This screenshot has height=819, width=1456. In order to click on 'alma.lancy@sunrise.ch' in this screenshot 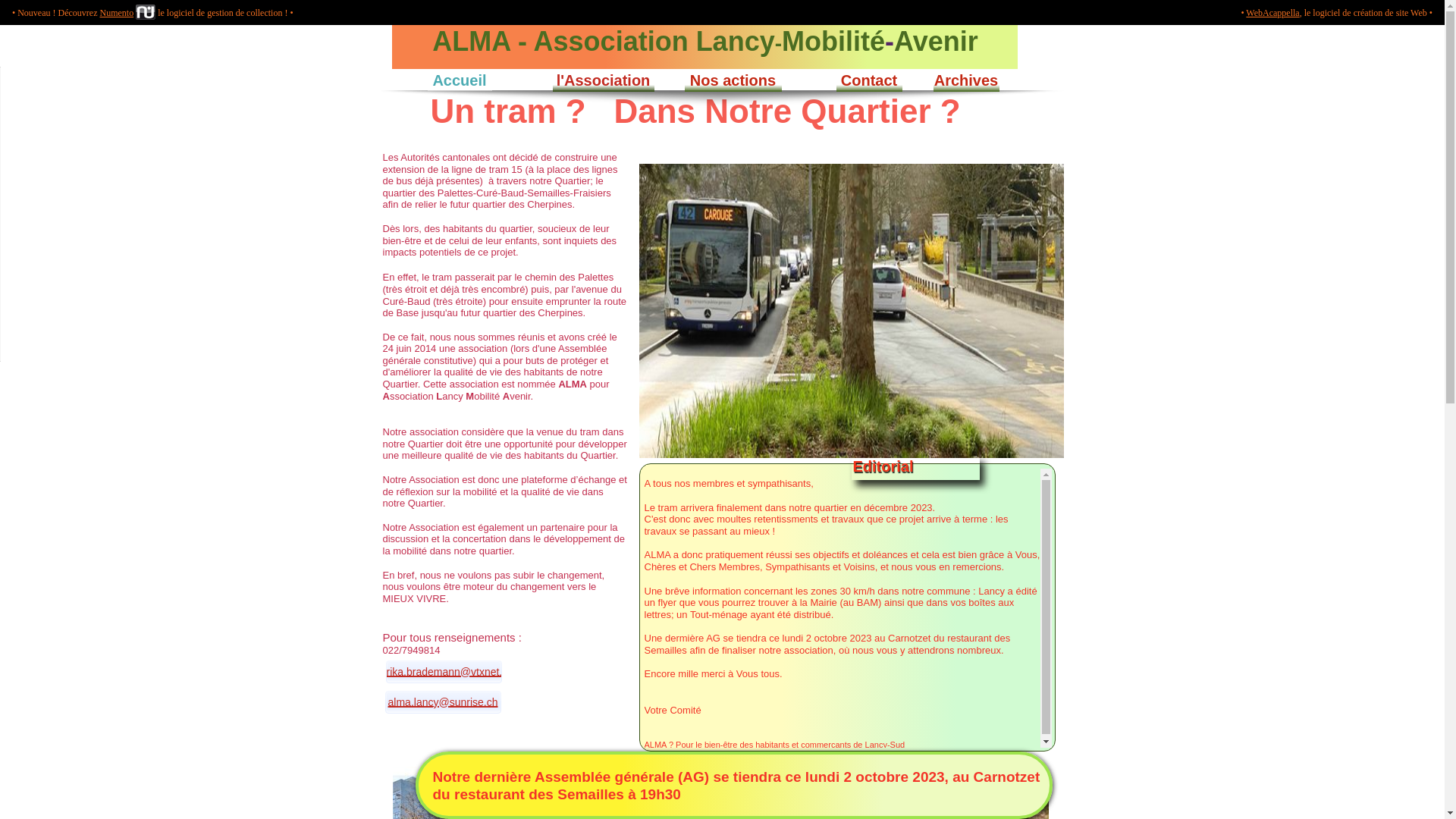, I will do `click(442, 701)`.